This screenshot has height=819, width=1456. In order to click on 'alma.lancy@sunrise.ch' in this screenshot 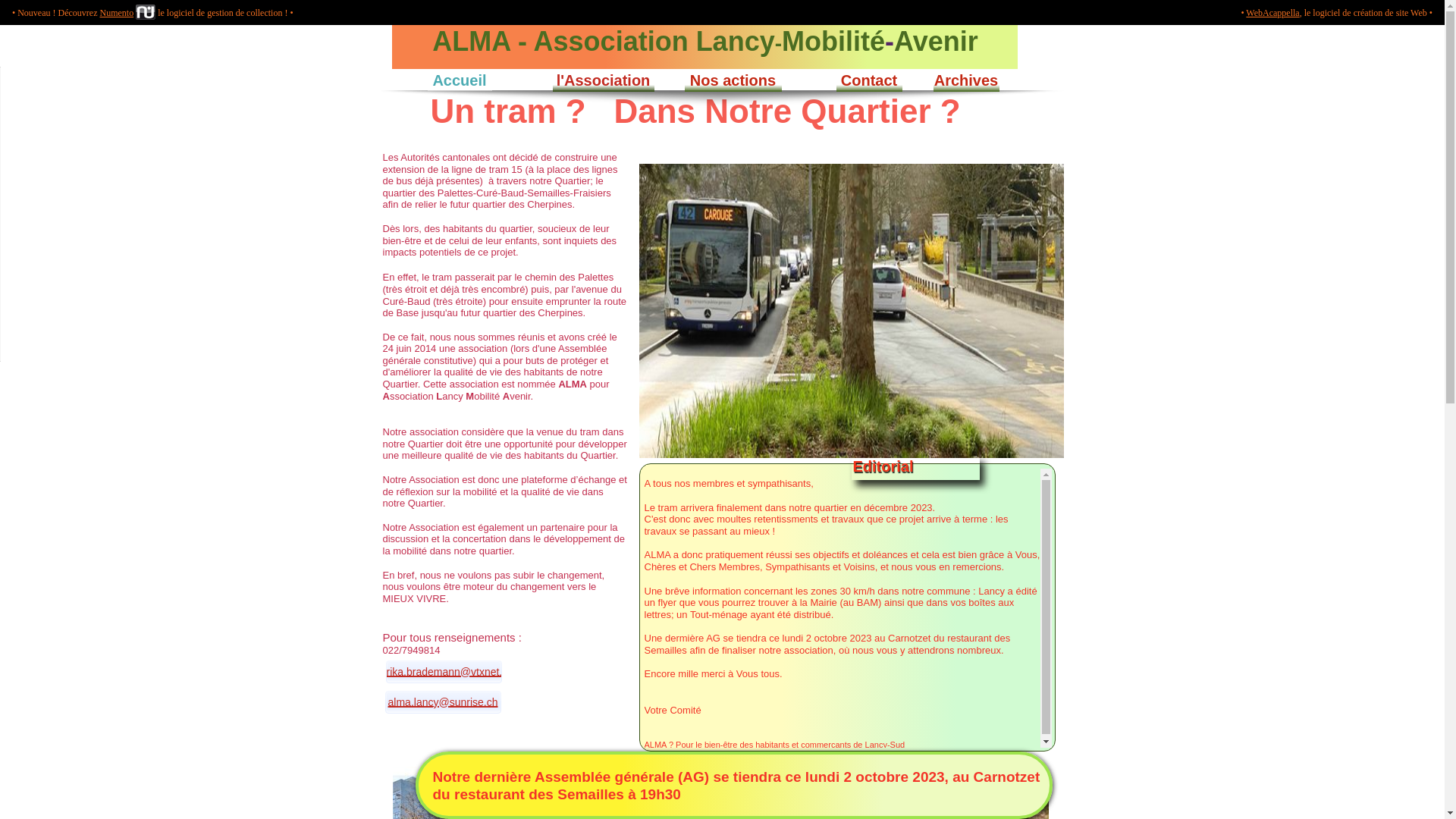, I will do `click(442, 701)`.